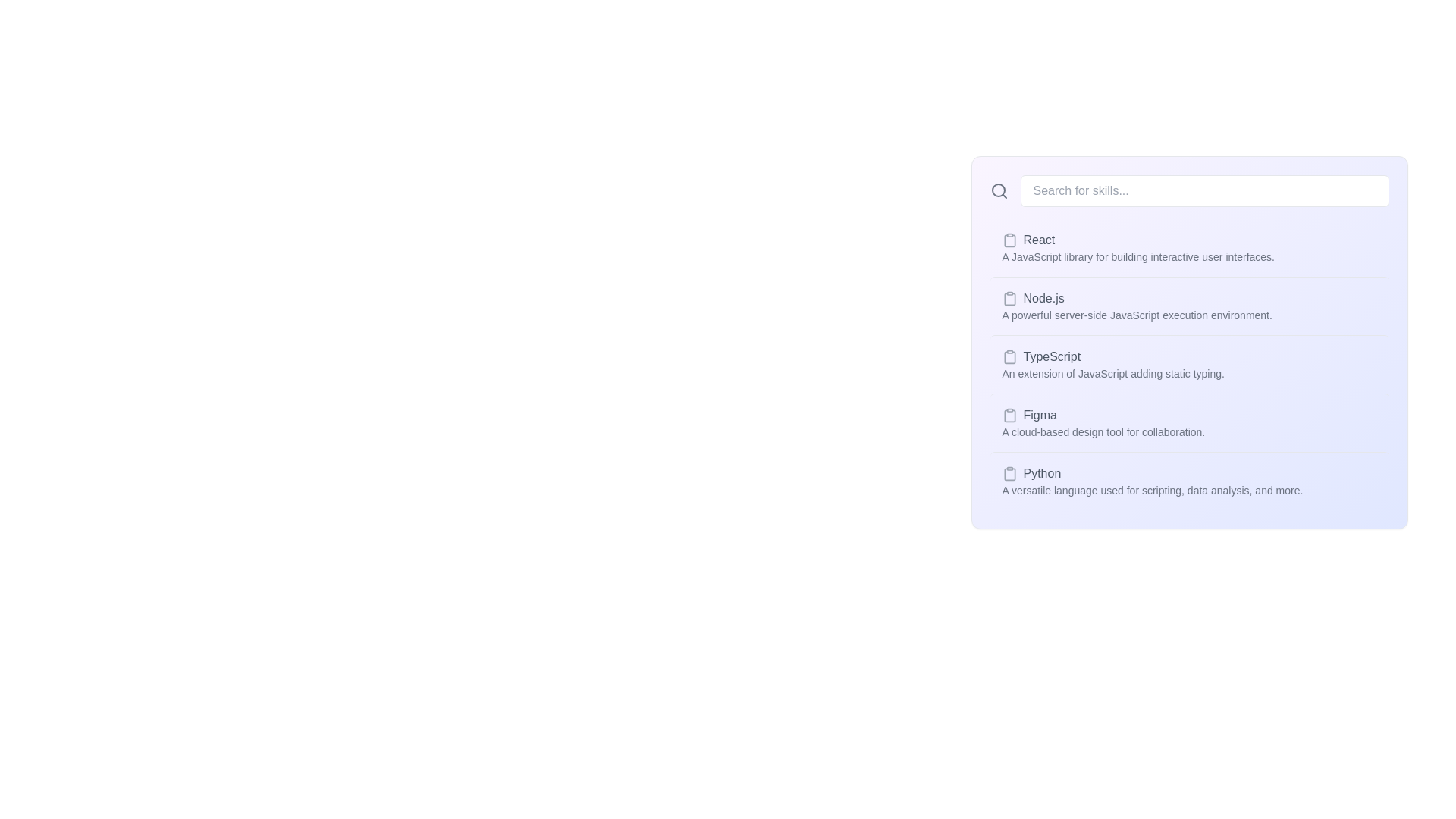  I want to click on the List Item that provides information about the 'TypeScript' technology, located as the third item in the vertical list, so click(1113, 365).